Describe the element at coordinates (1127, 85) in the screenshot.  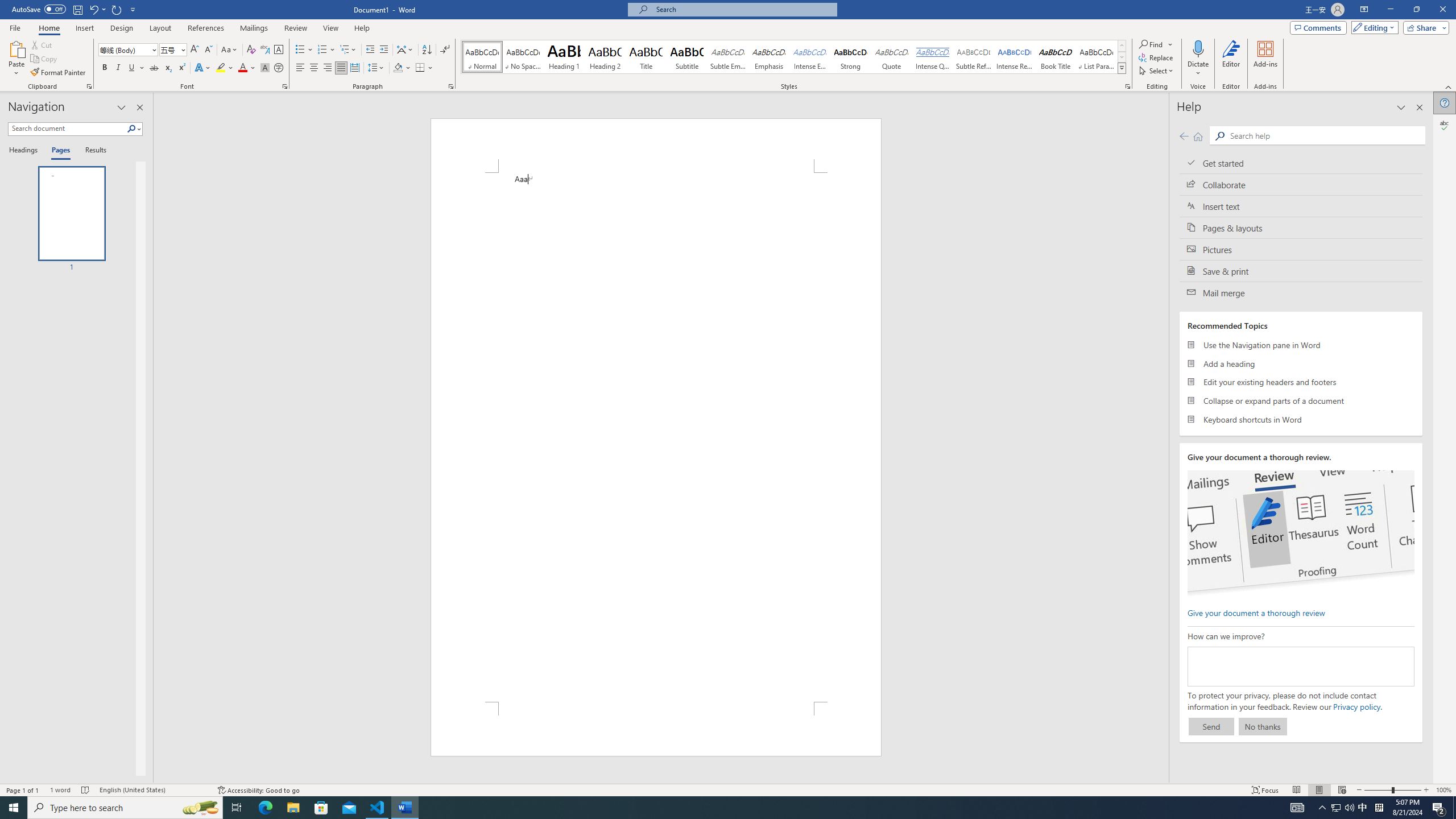
I see `'Styles...'` at that location.